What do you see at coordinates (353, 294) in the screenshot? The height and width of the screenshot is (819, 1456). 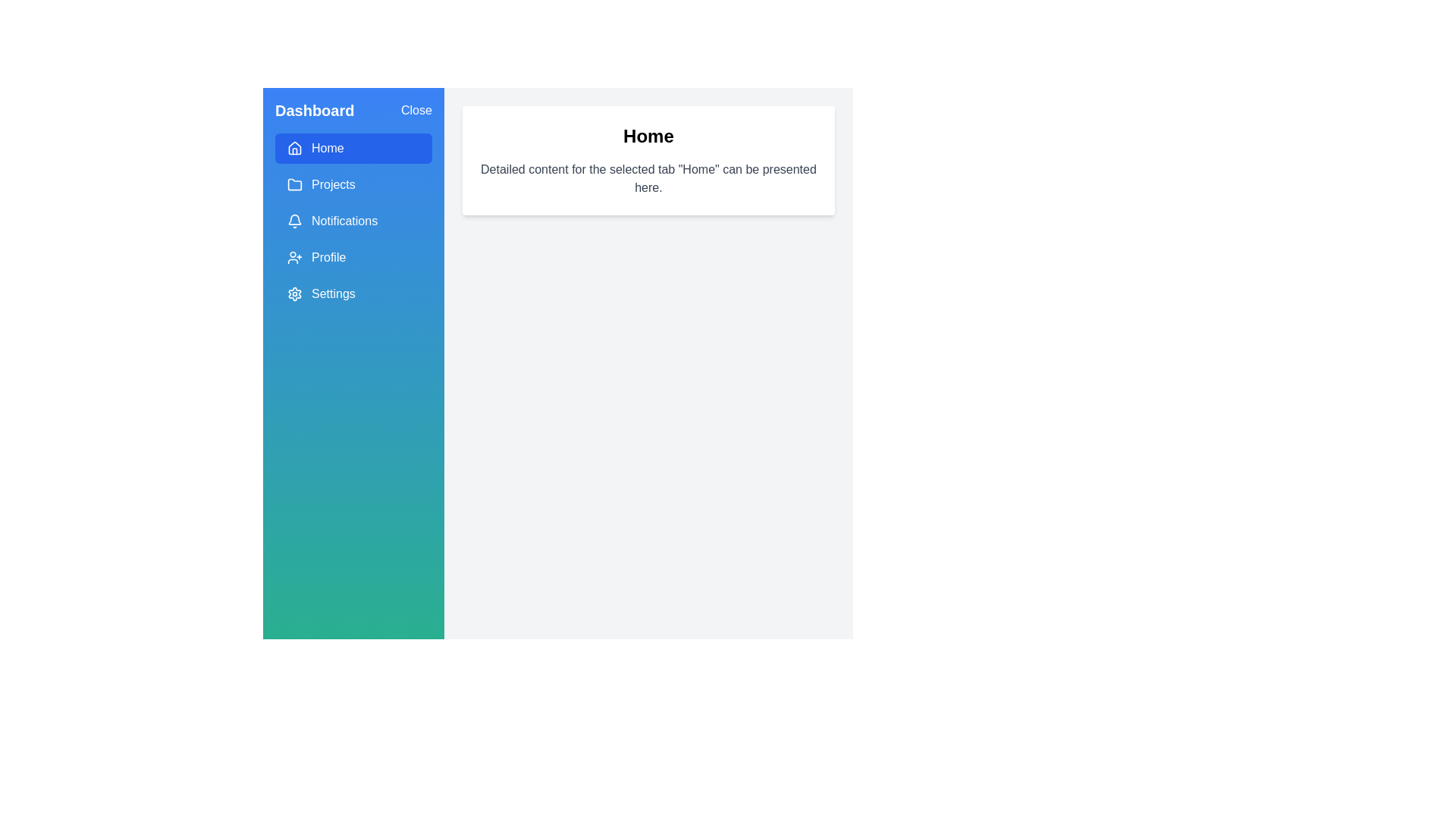 I see `the menu item Settings to display its content` at bounding box center [353, 294].